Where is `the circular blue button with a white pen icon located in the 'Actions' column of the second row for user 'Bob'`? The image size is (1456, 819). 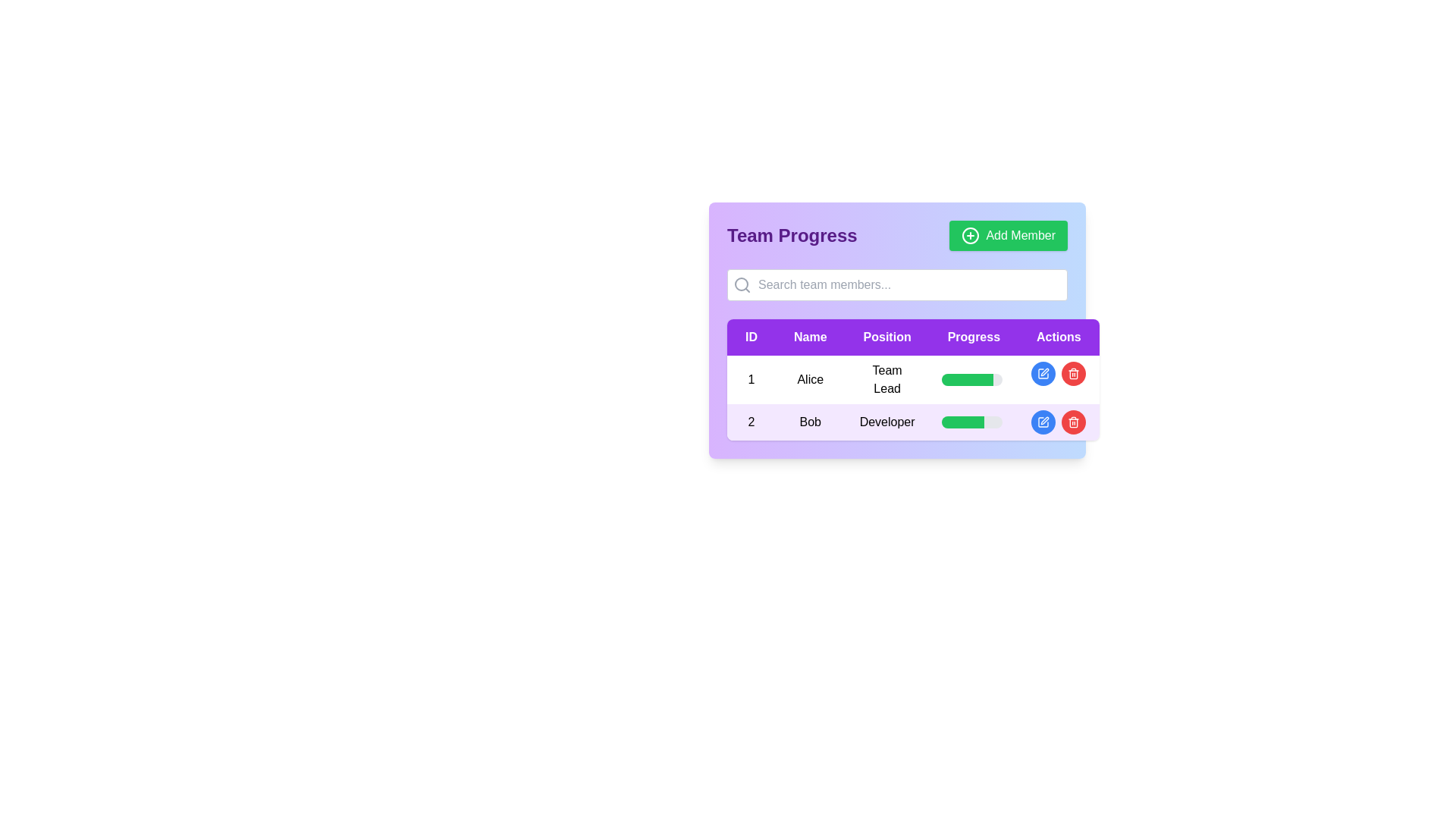 the circular blue button with a white pen icon located in the 'Actions' column of the second row for user 'Bob' is located at coordinates (1043, 422).